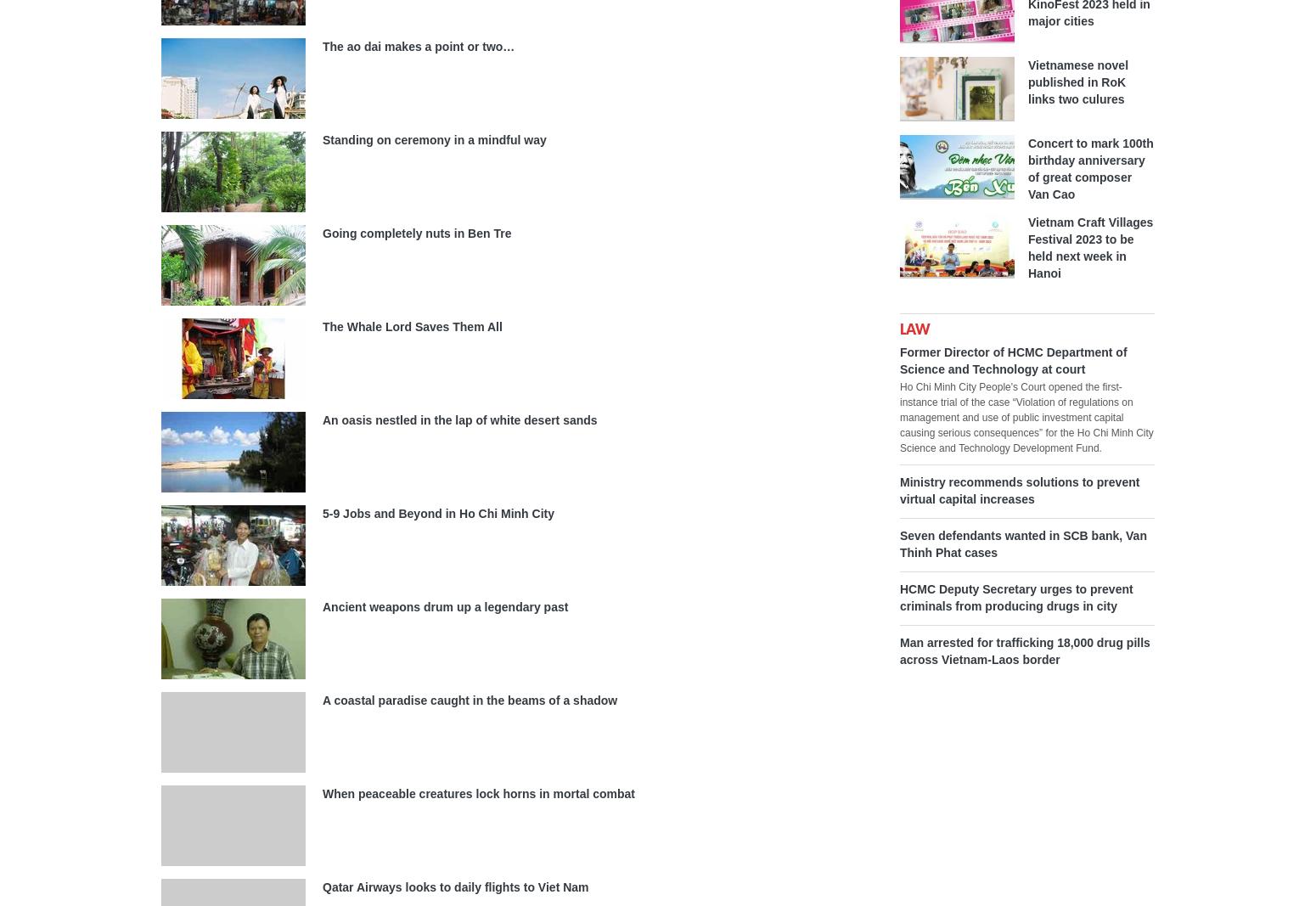  I want to click on 'An oasis nestled in the lap of white desert sands', so click(322, 419).